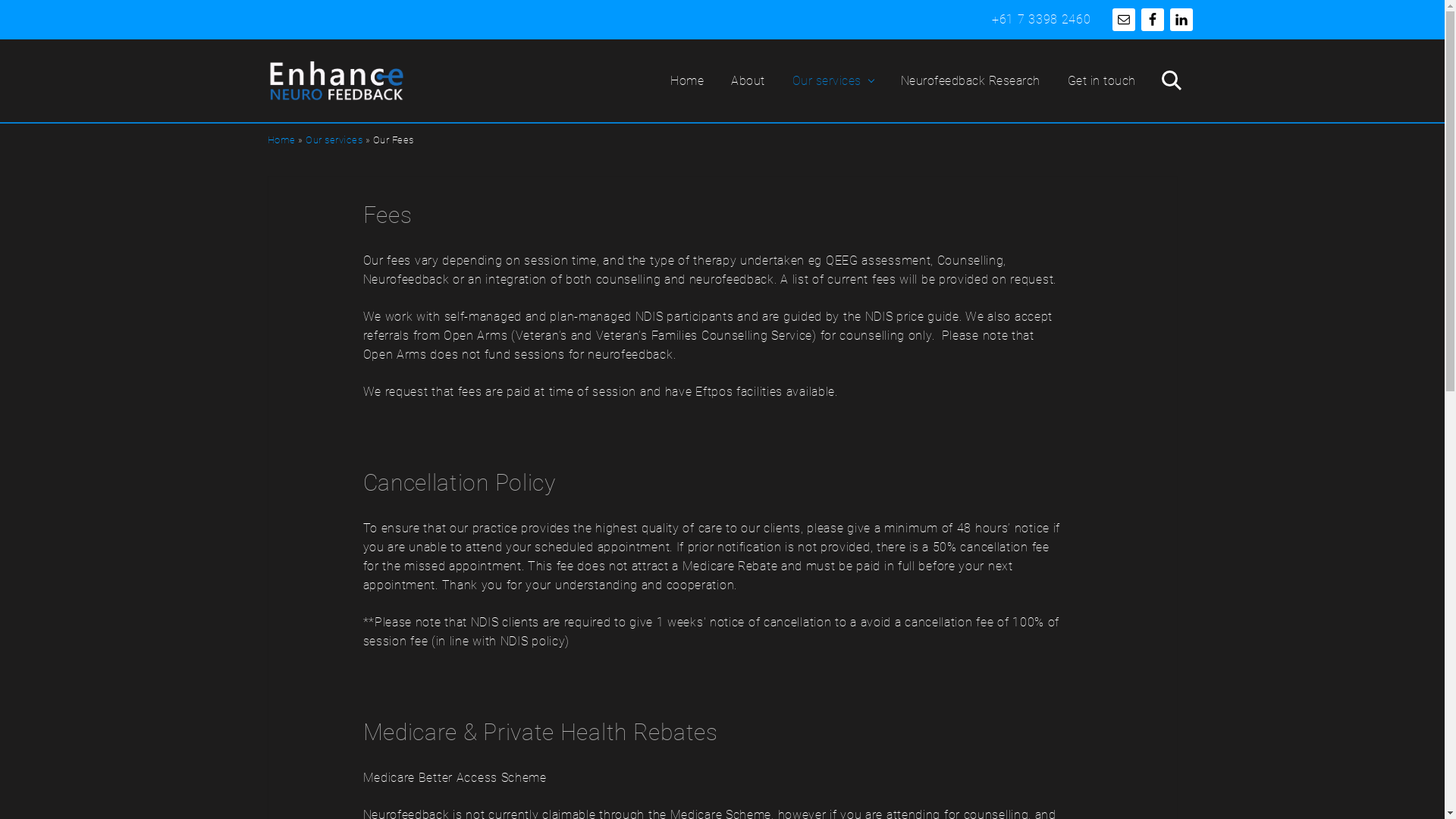 The image size is (1456, 819). I want to click on 'Skip to right header navigation', so click(0, 0).